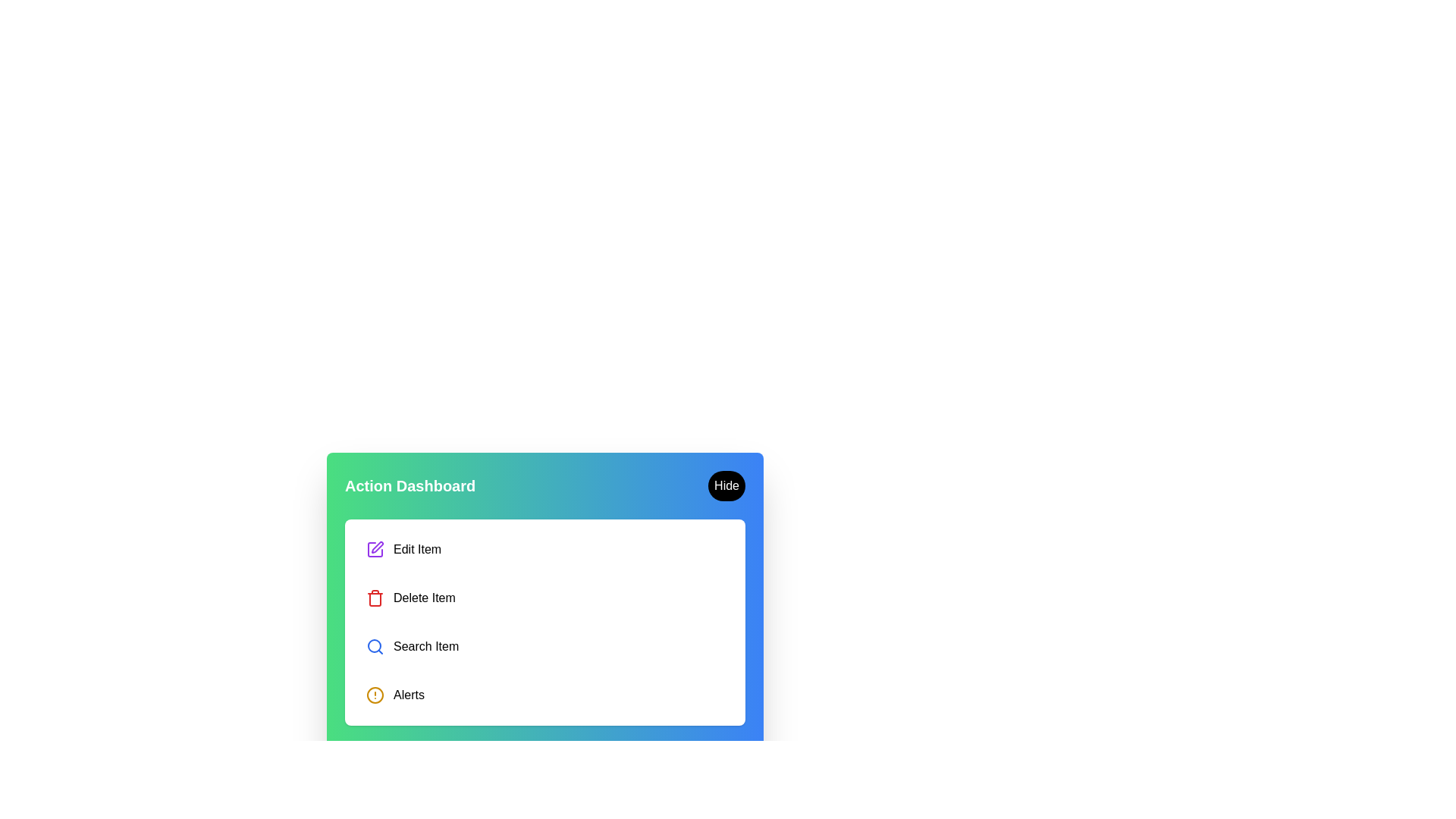 This screenshot has width=1456, height=819. What do you see at coordinates (545, 598) in the screenshot?
I see `the second item in the vertical list of action options, which serves as a selectable action to delete an item` at bounding box center [545, 598].